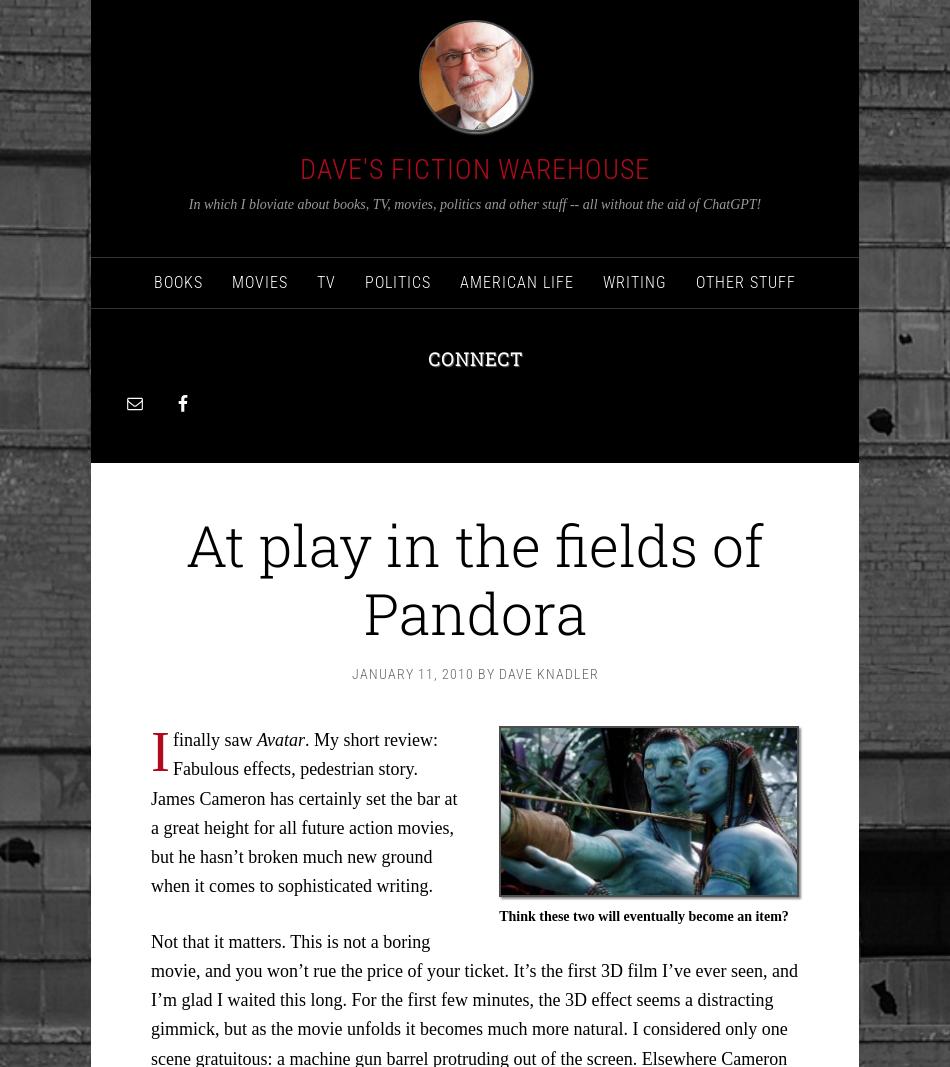 The height and width of the screenshot is (1067, 950). Describe the element at coordinates (475, 577) in the screenshot. I see `'At play in the fields of Pandora'` at that location.